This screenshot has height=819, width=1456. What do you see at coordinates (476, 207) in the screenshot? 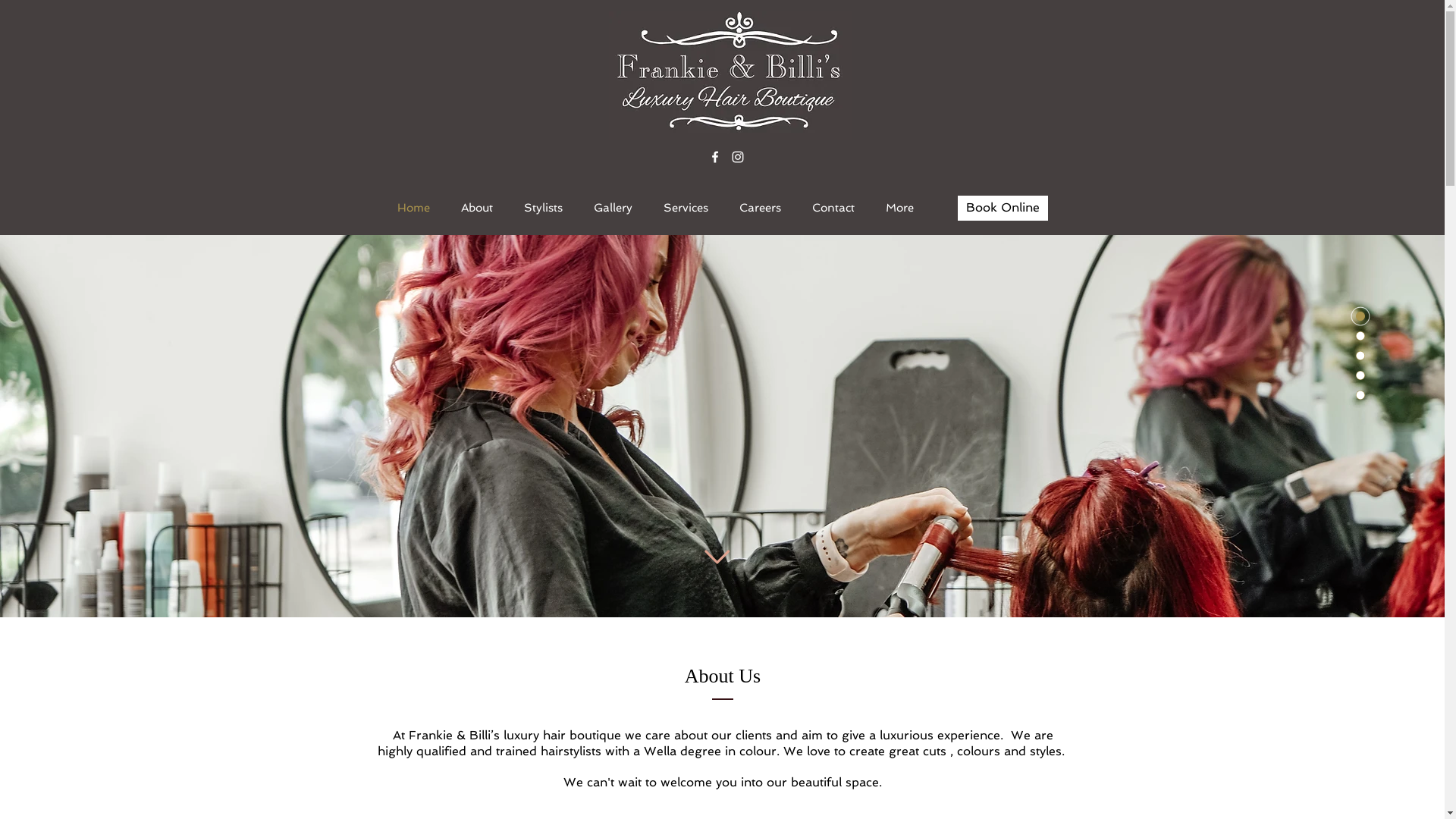
I see `'About'` at bounding box center [476, 207].